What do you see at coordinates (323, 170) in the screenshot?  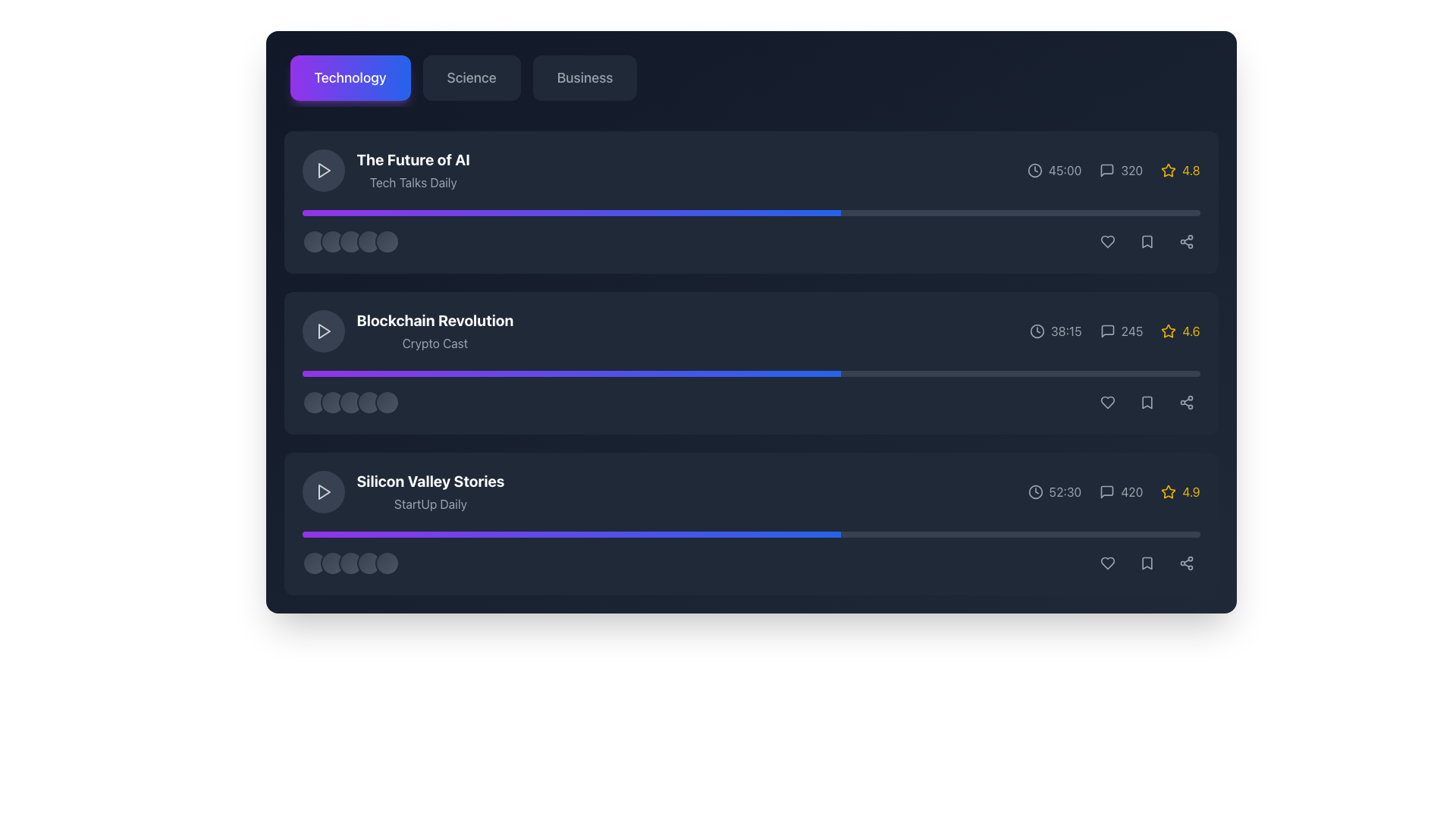 I see `the first play button icon, which is a triangular white polygon contained within a circular frame, located in the topmost media card titled 'The Future of AI'` at bounding box center [323, 170].